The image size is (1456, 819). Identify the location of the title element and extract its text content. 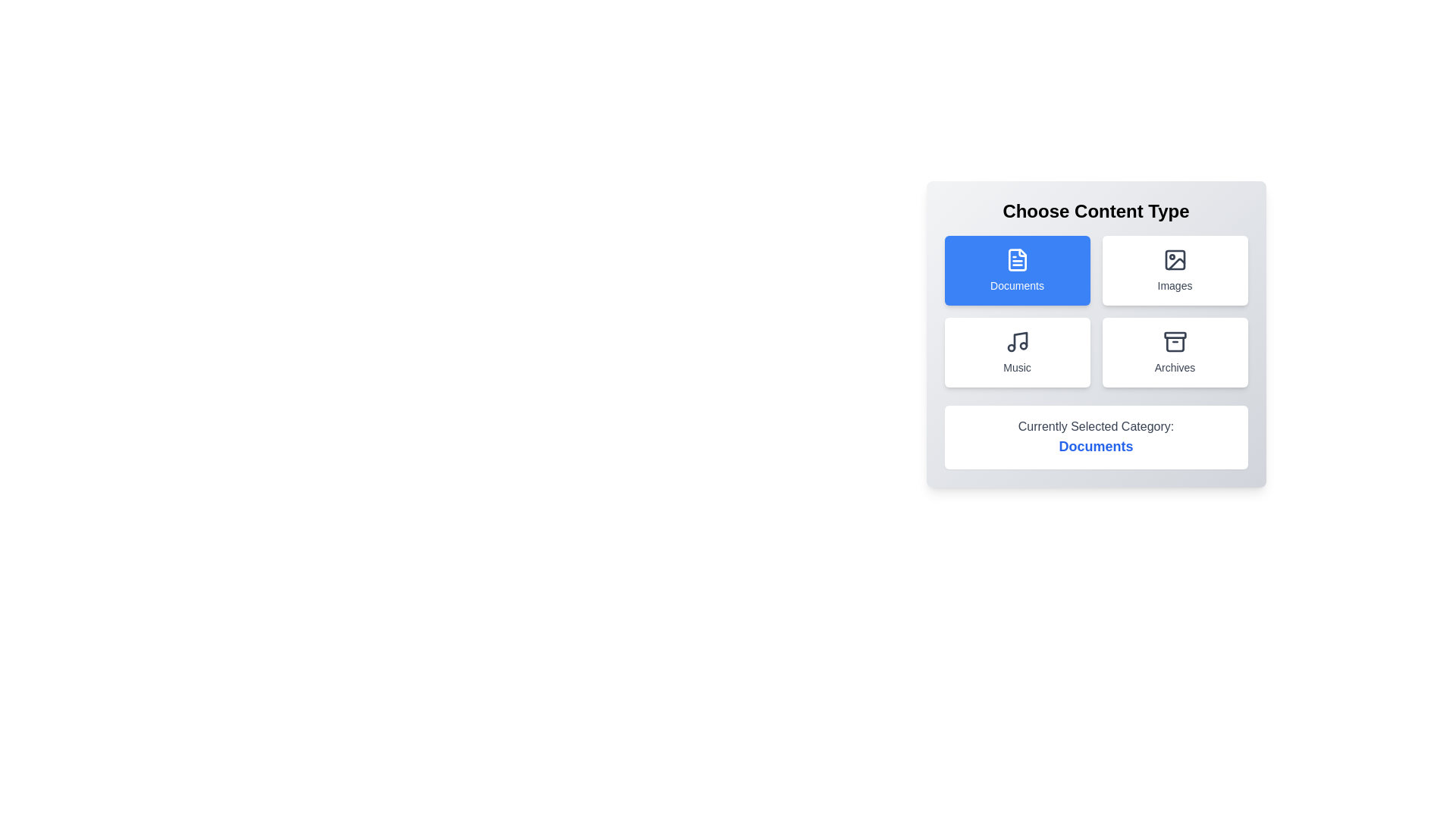
(1096, 211).